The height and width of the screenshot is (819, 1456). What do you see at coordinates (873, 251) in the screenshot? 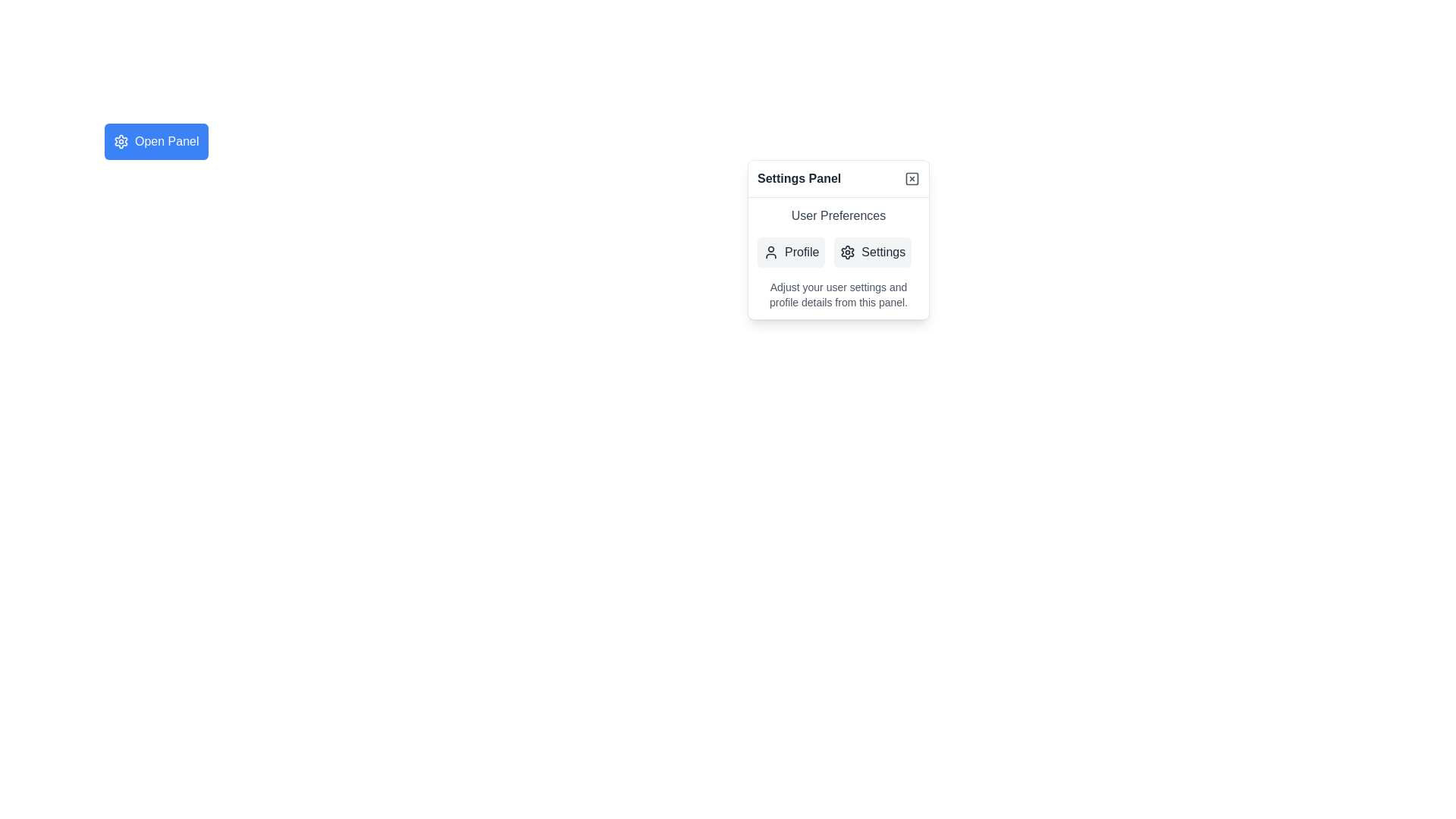
I see `the 'Settings' button located in the 'User Preferences' section of the 'Settings Panel'` at bounding box center [873, 251].